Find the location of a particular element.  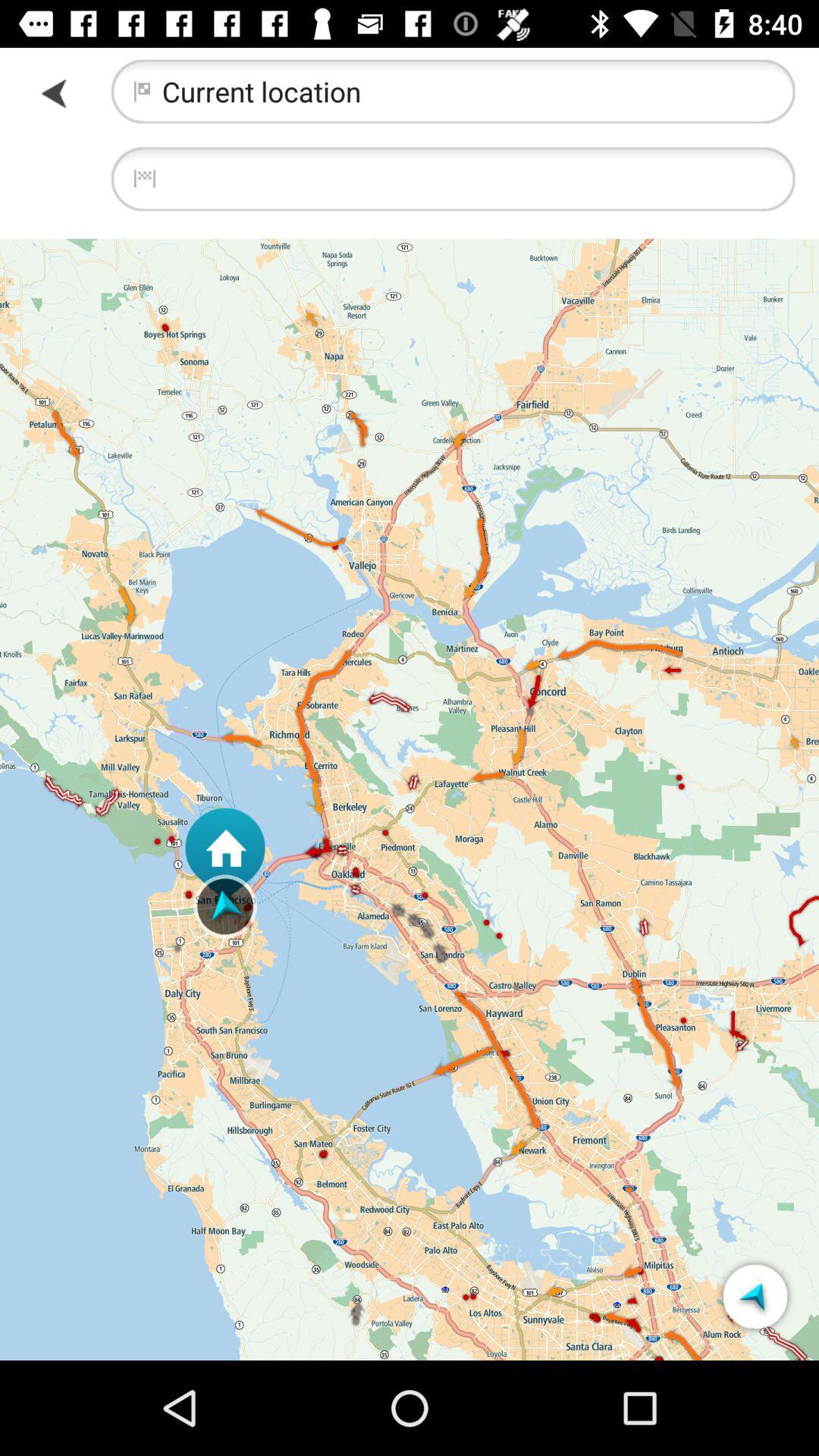

icon to the left of current location item is located at coordinates (55, 92).